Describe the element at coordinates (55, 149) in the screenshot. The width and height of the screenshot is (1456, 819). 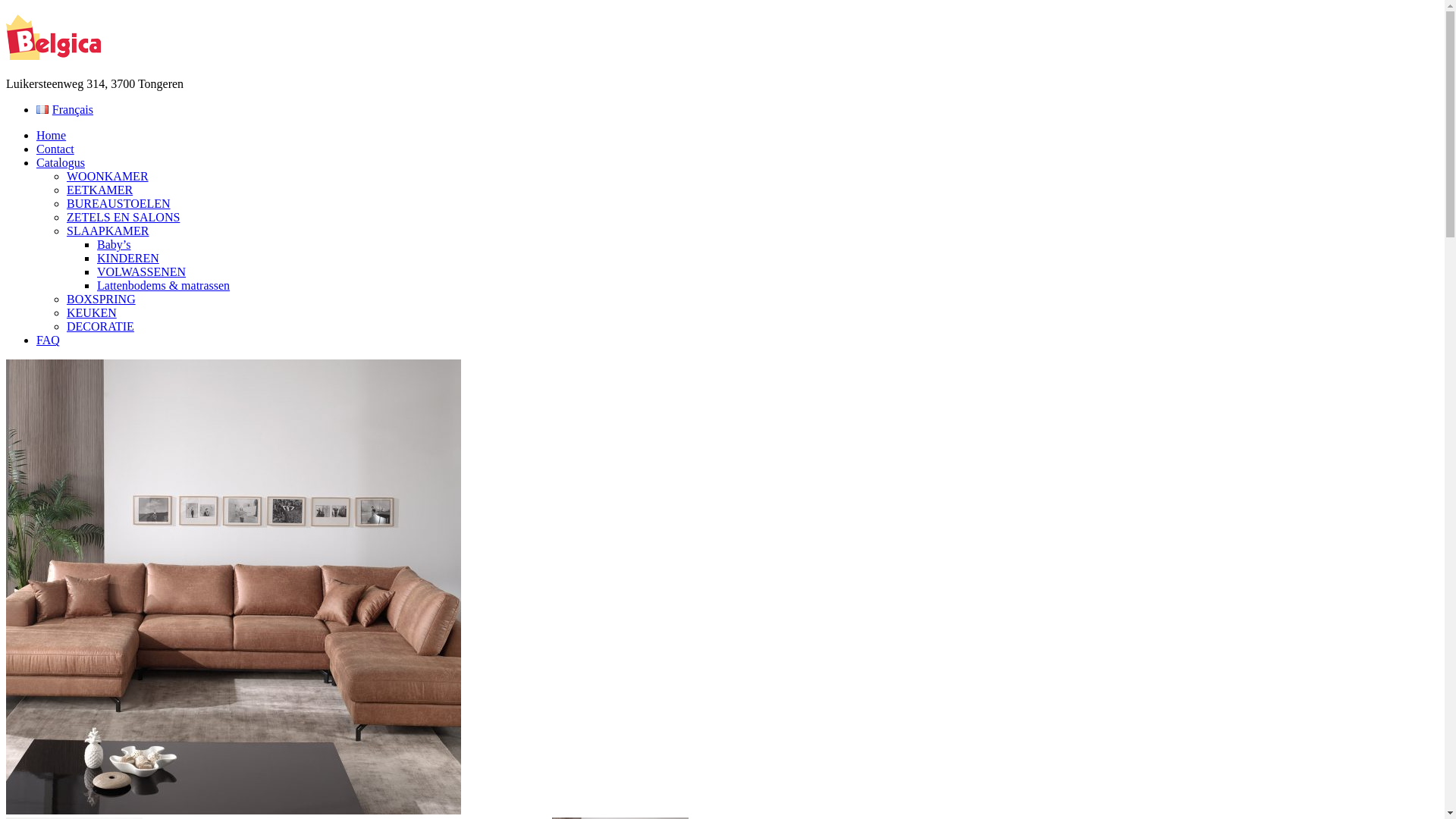
I see `'Contact'` at that location.